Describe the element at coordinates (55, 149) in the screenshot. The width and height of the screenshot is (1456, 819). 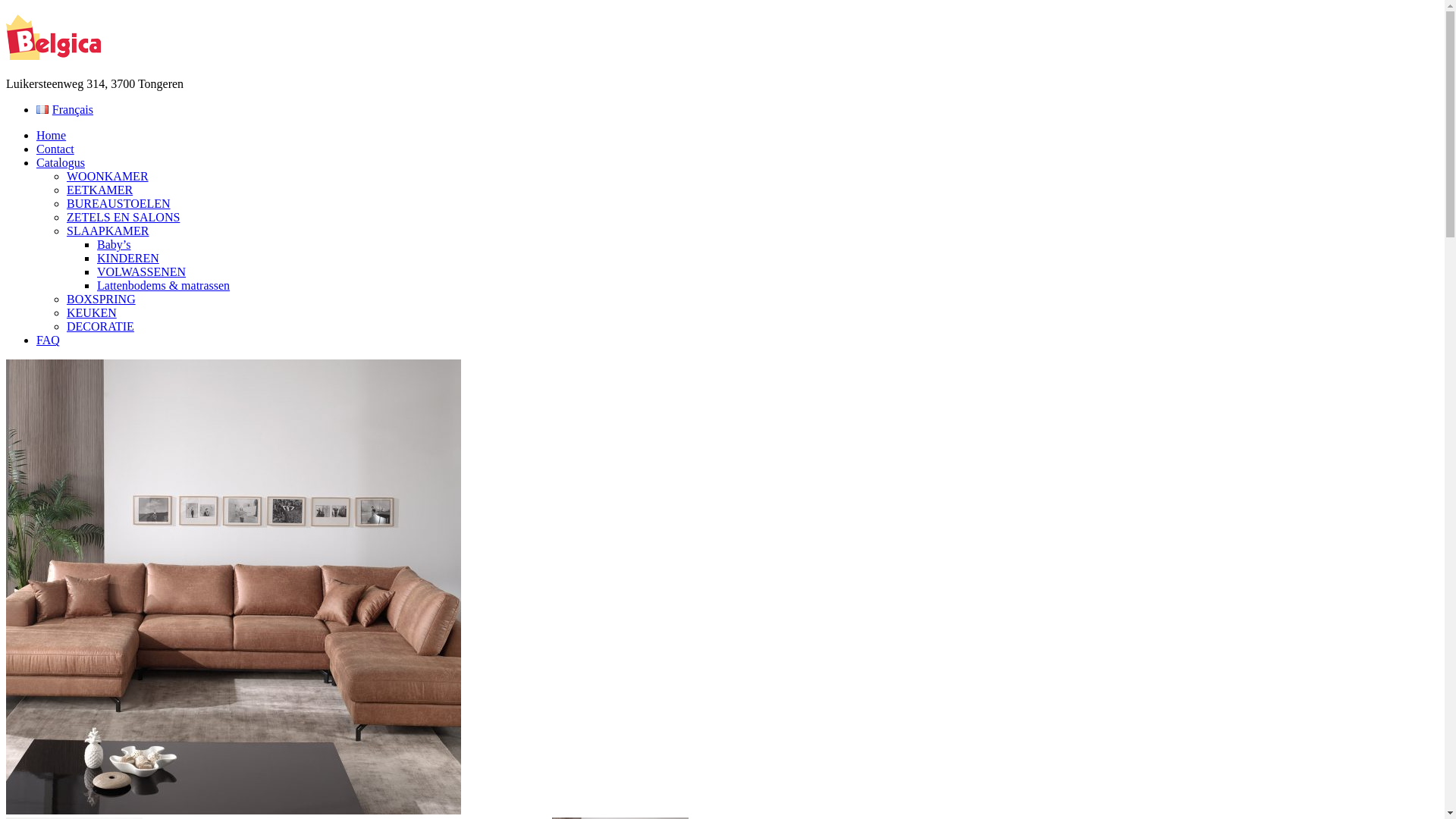
I see `'Contact'` at that location.